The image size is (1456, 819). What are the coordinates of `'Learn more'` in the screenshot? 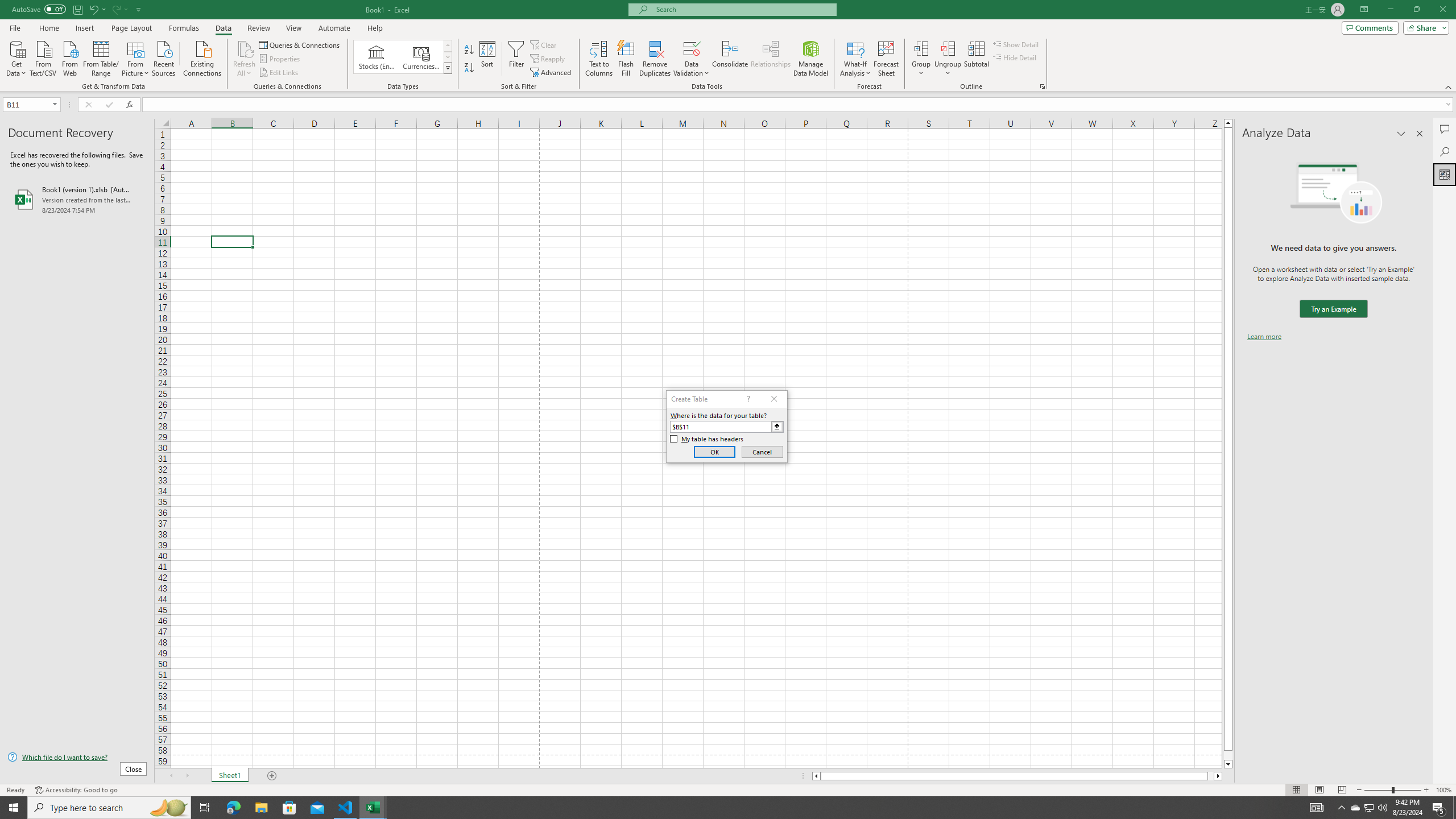 It's located at (1264, 336).